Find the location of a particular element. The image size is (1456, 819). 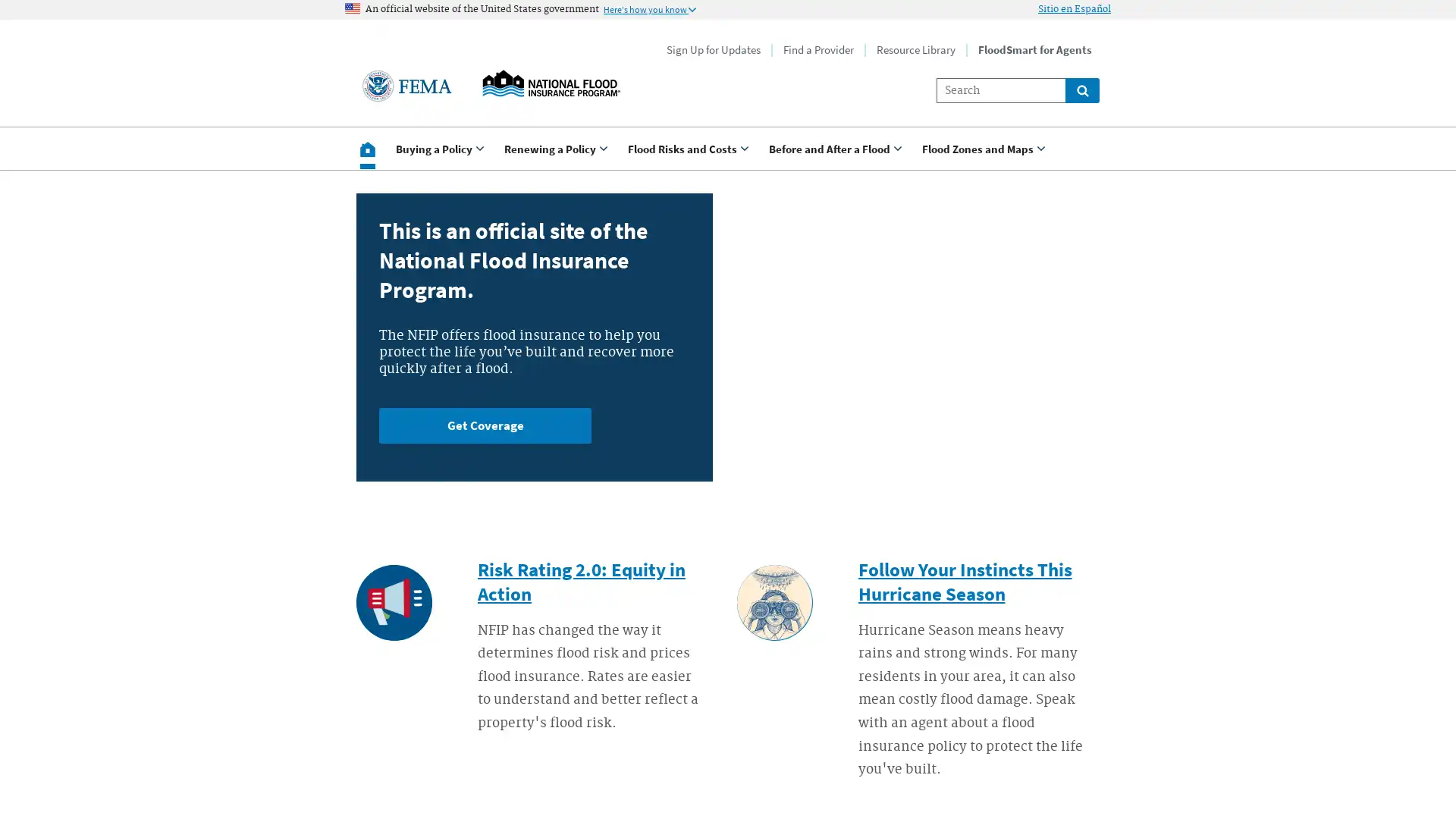

Use <enter> and shift + <enter> to open and close the drop down to sub-menus is located at coordinates (557, 148).